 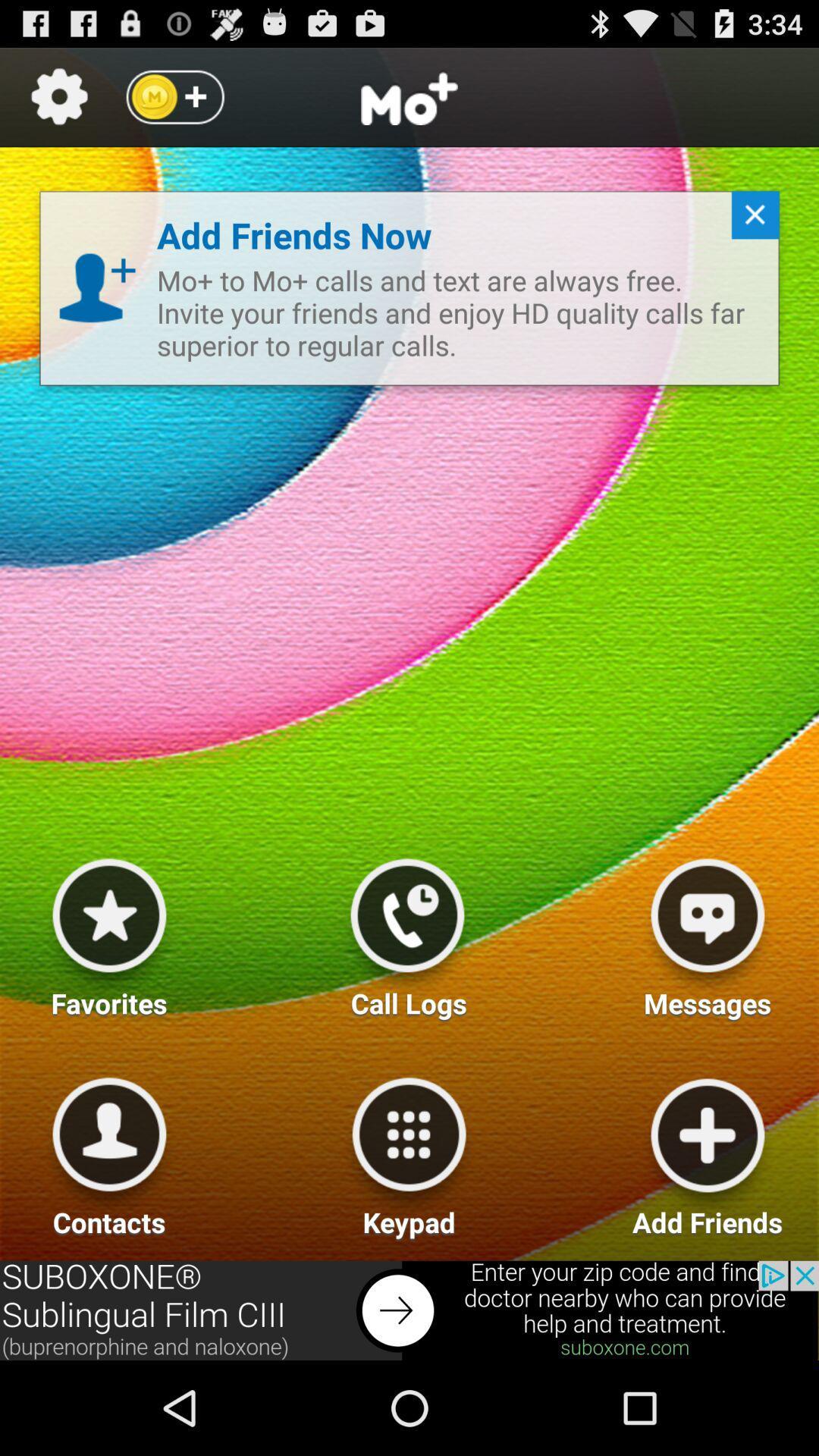 I want to click on this tab, so click(x=748, y=221).